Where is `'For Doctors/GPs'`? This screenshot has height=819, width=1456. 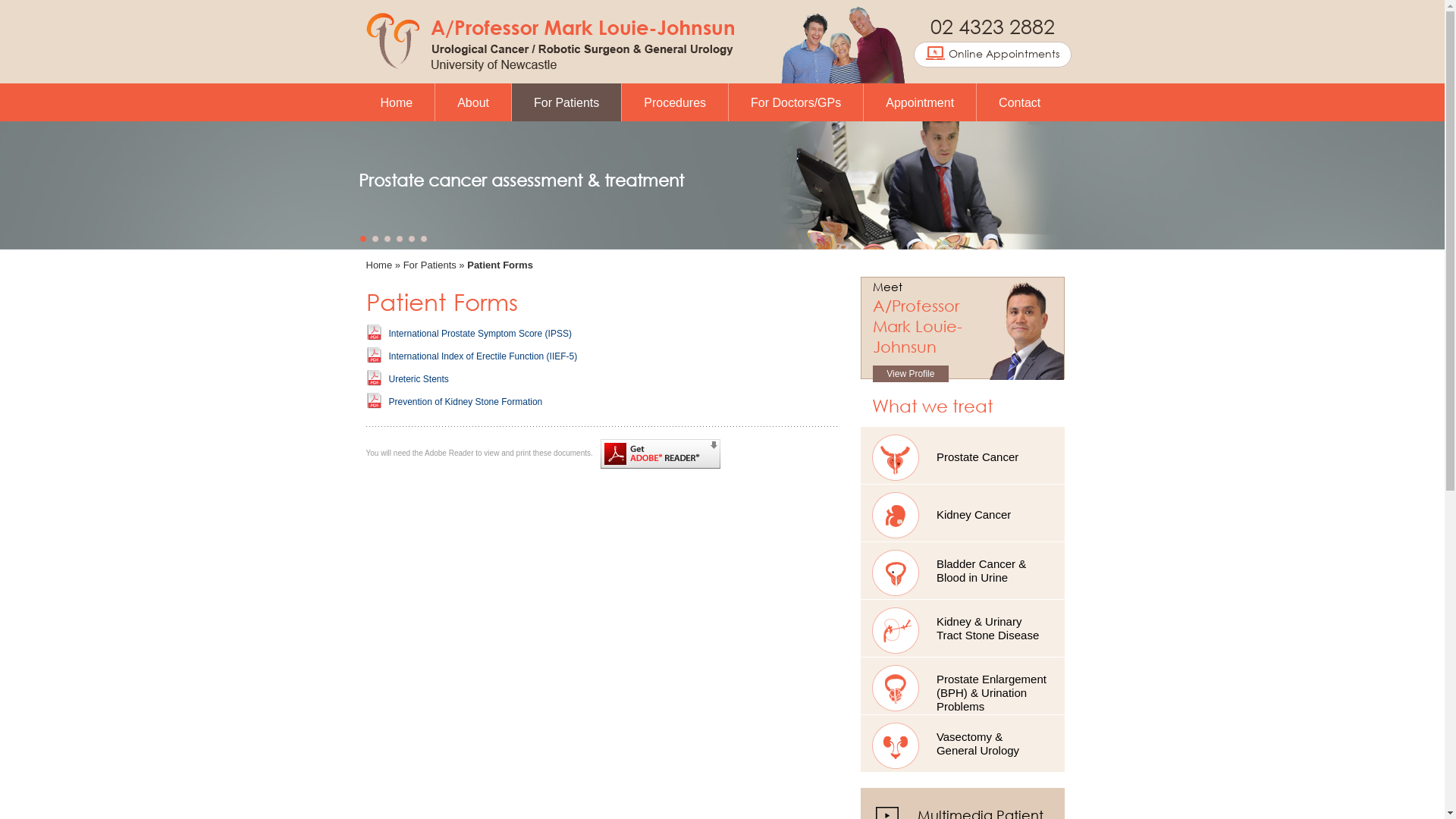
'For Doctors/GPs' is located at coordinates (795, 102).